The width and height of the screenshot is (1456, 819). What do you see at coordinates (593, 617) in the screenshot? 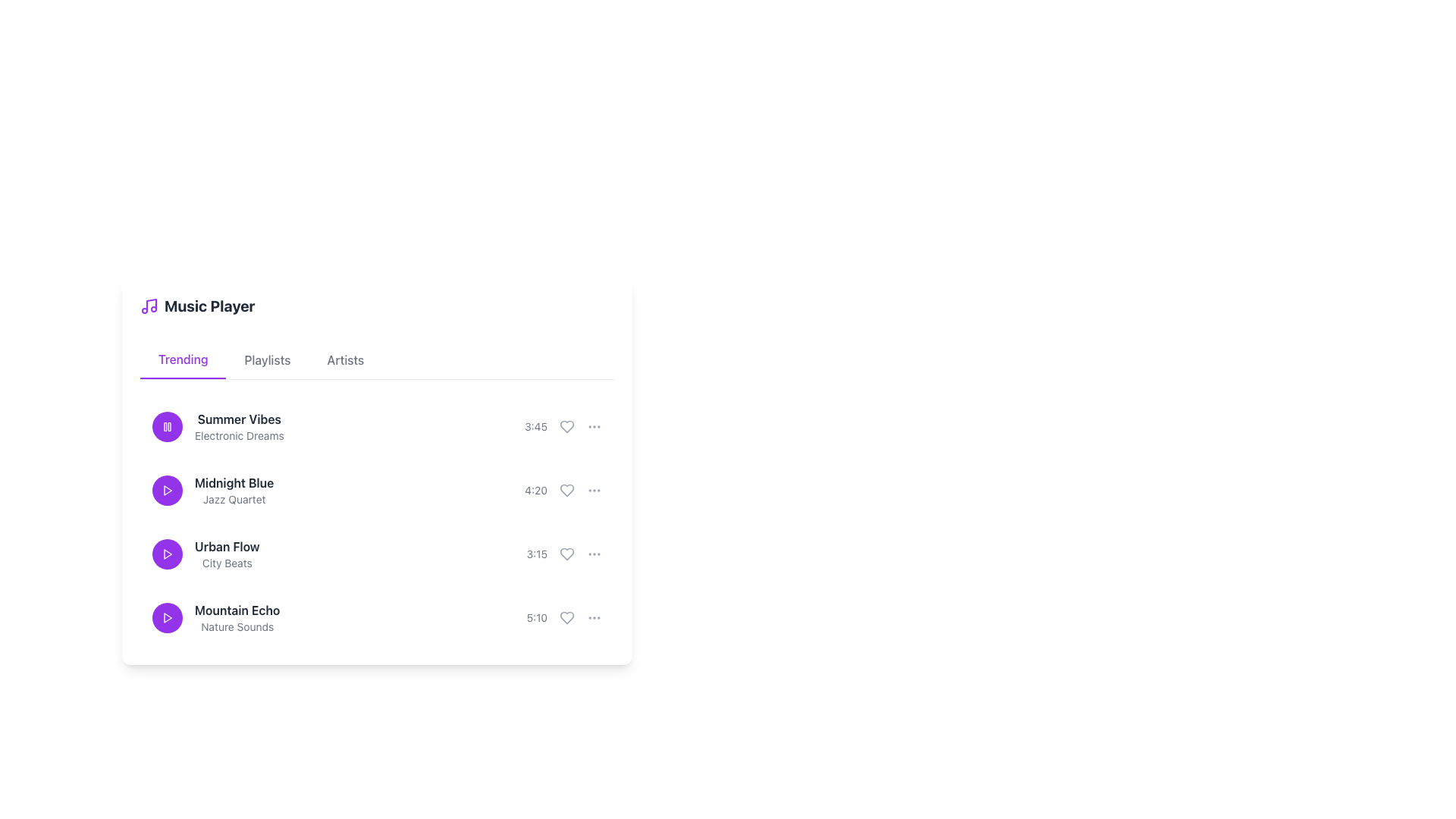
I see `the gray icon button with three horizontally aligned dots` at bounding box center [593, 617].